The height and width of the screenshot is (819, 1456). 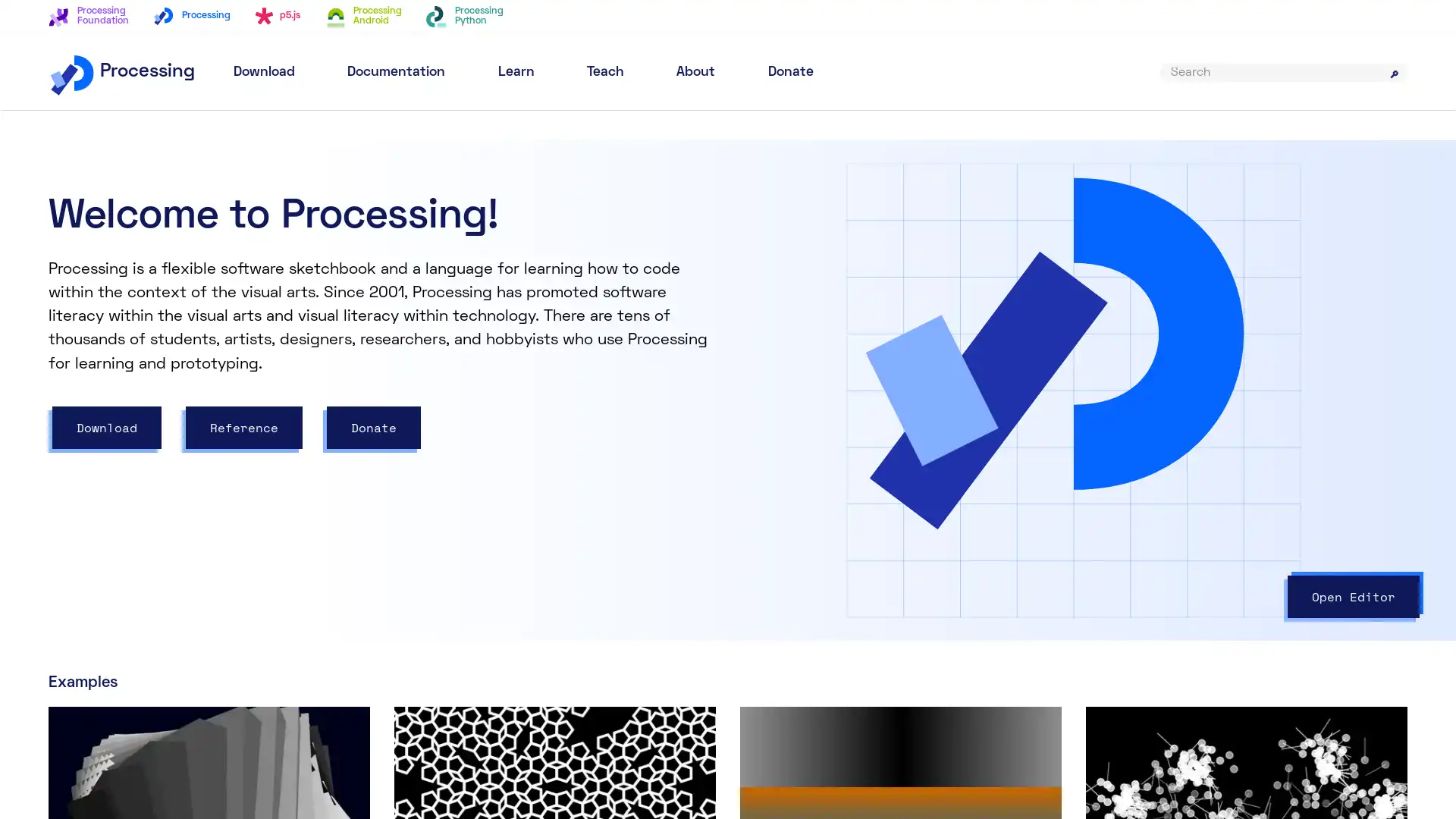 What do you see at coordinates (396, 71) in the screenshot?
I see `Documentation` at bounding box center [396, 71].